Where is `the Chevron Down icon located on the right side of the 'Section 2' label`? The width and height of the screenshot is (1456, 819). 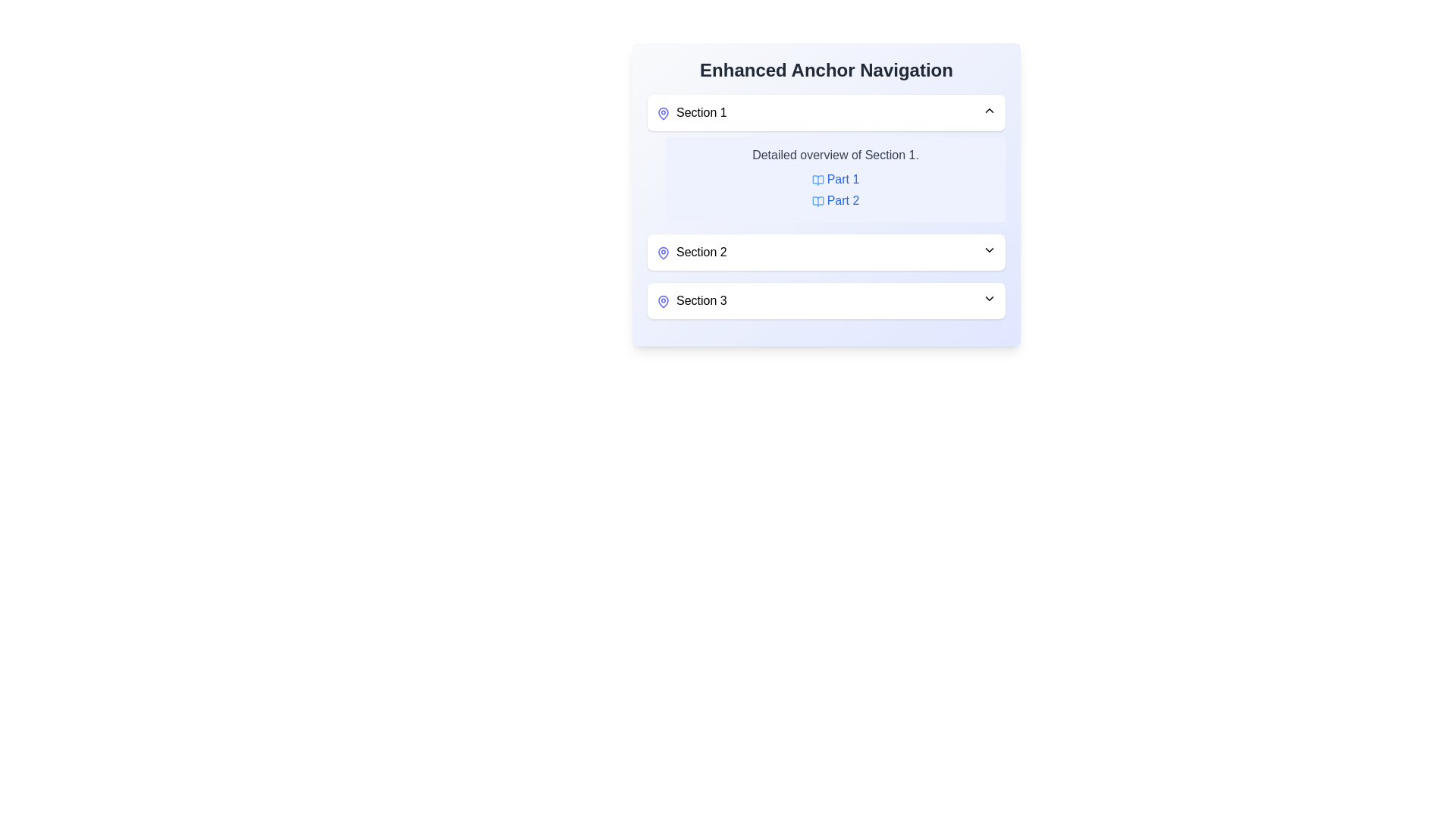
the Chevron Down icon located on the right side of the 'Section 2' label is located at coordinates (990, 249).